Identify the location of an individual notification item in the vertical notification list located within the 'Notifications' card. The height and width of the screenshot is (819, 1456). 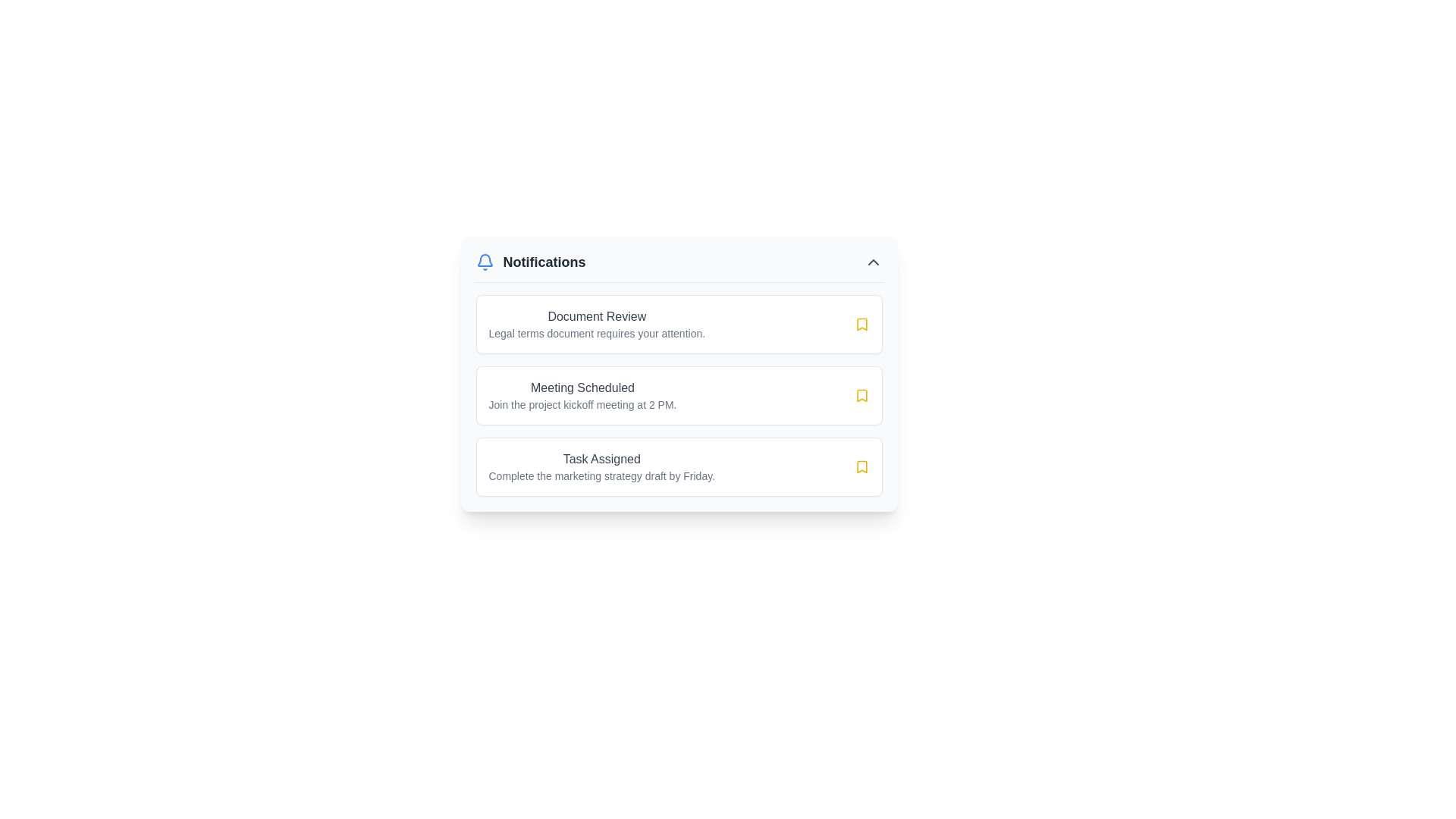
(678, 394).